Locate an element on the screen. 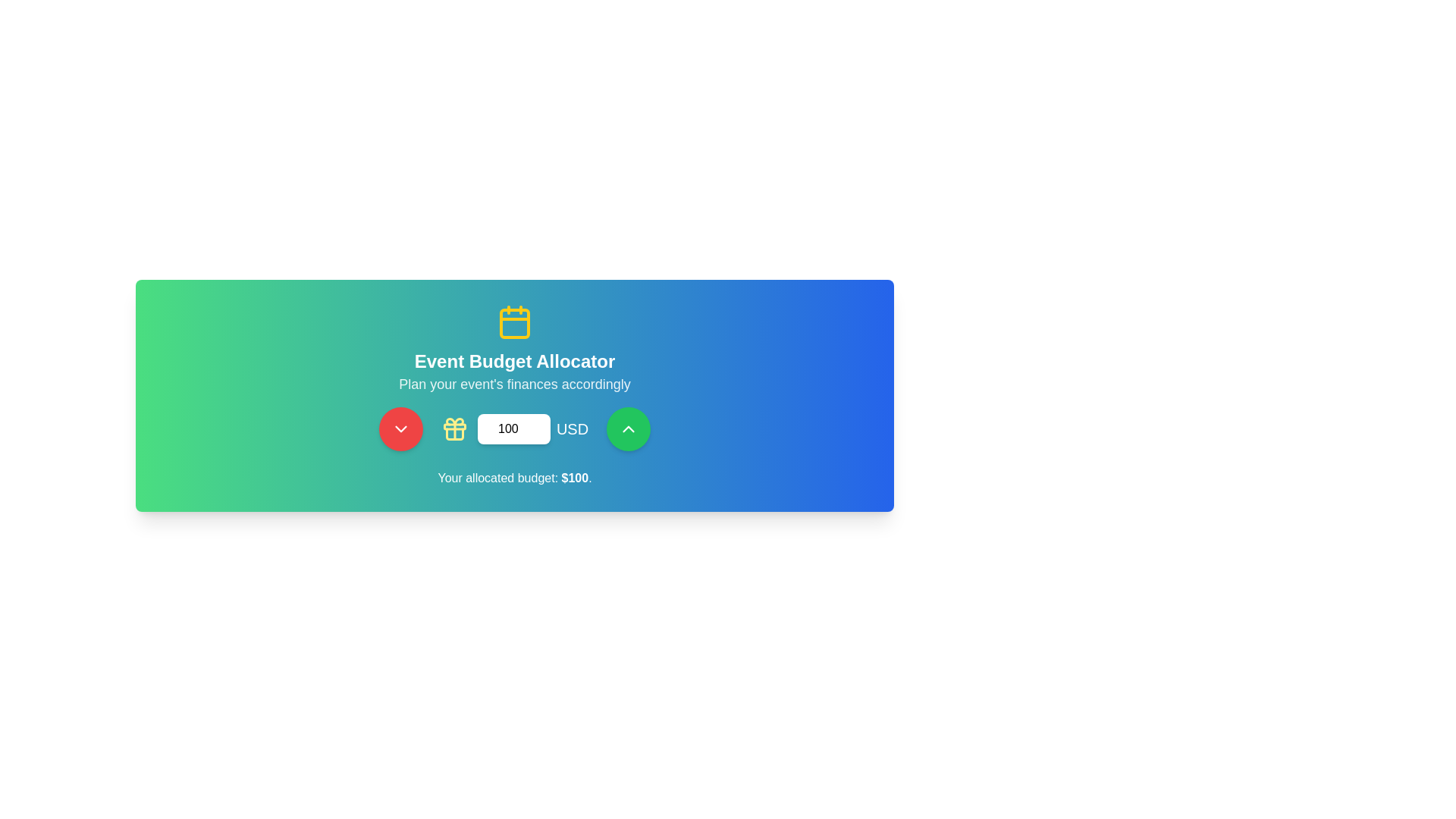 Image resolution: width=1456 pixels, height=819 pixels. the upward action icon, which is located to the right of the 'USD' text input field is located at coordinates (629, 429).